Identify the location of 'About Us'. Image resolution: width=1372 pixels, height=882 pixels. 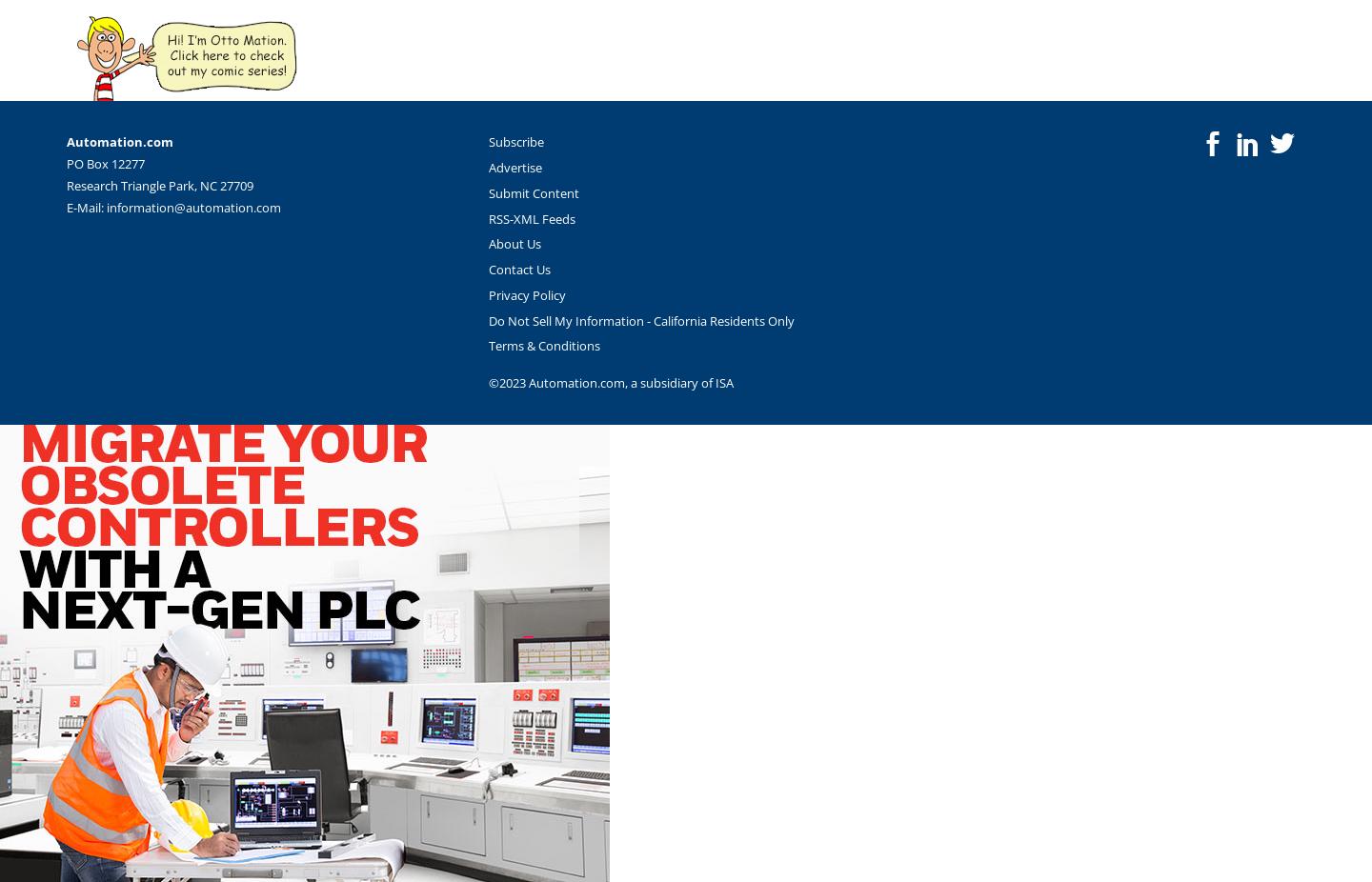
(514, 244).